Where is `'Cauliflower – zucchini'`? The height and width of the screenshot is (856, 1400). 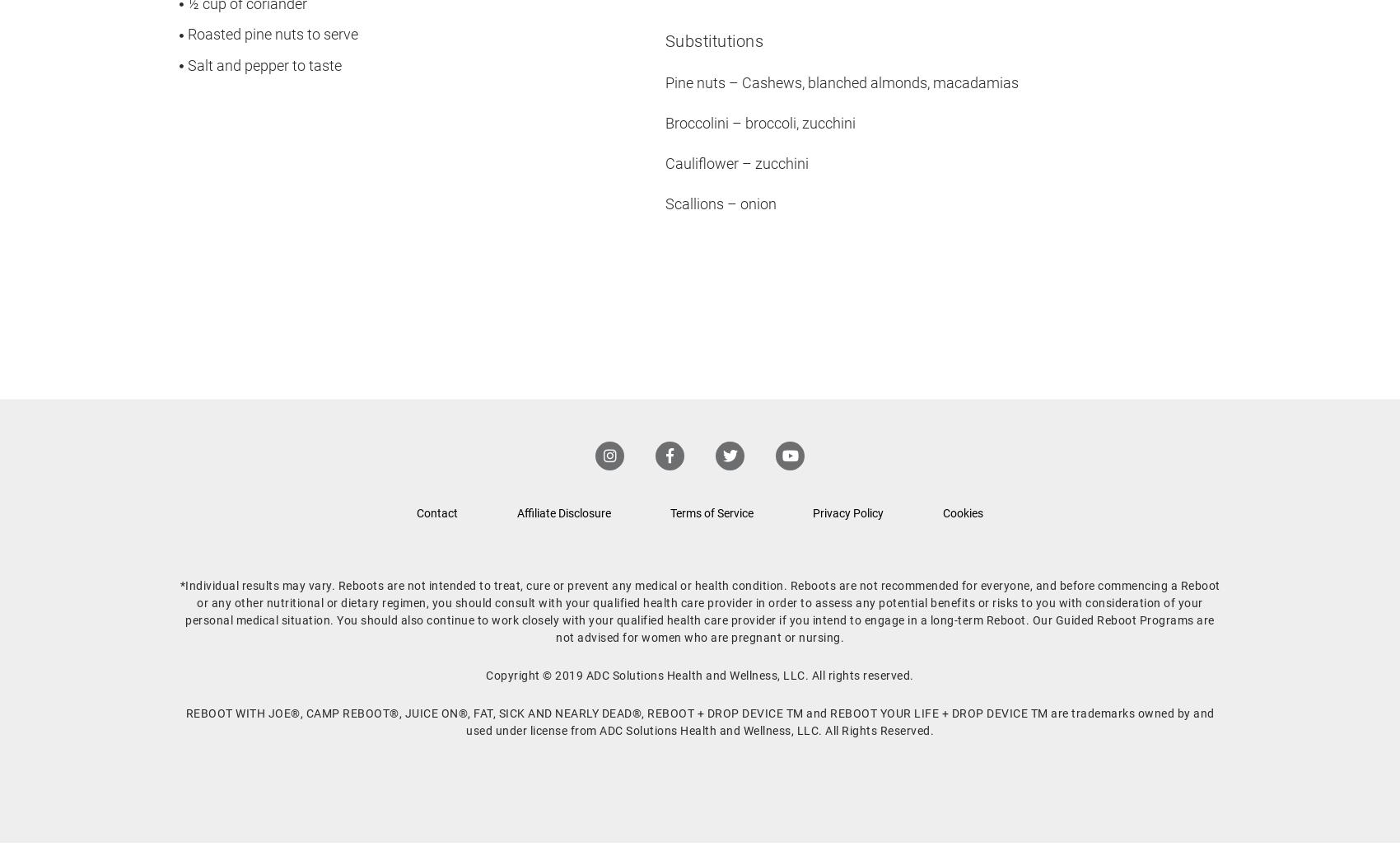
'Cauliflower – zucchini' is located at coordinates (736, 162).